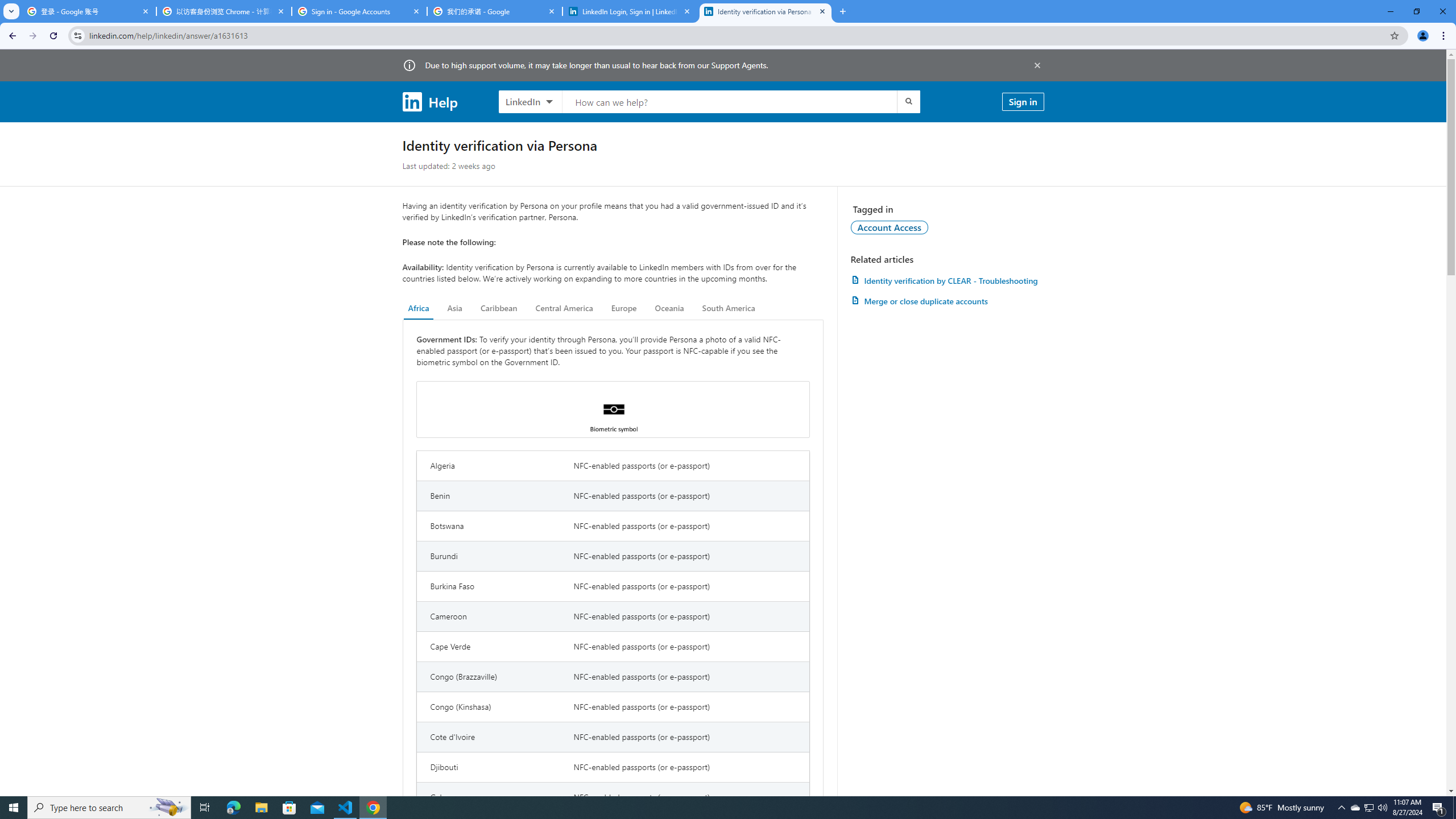 Image resolution: width=1456 pixels, height=819 pixels. Describe the element at coordinates (564, 308) in the screenshot. I see `'Central America'` at that location.